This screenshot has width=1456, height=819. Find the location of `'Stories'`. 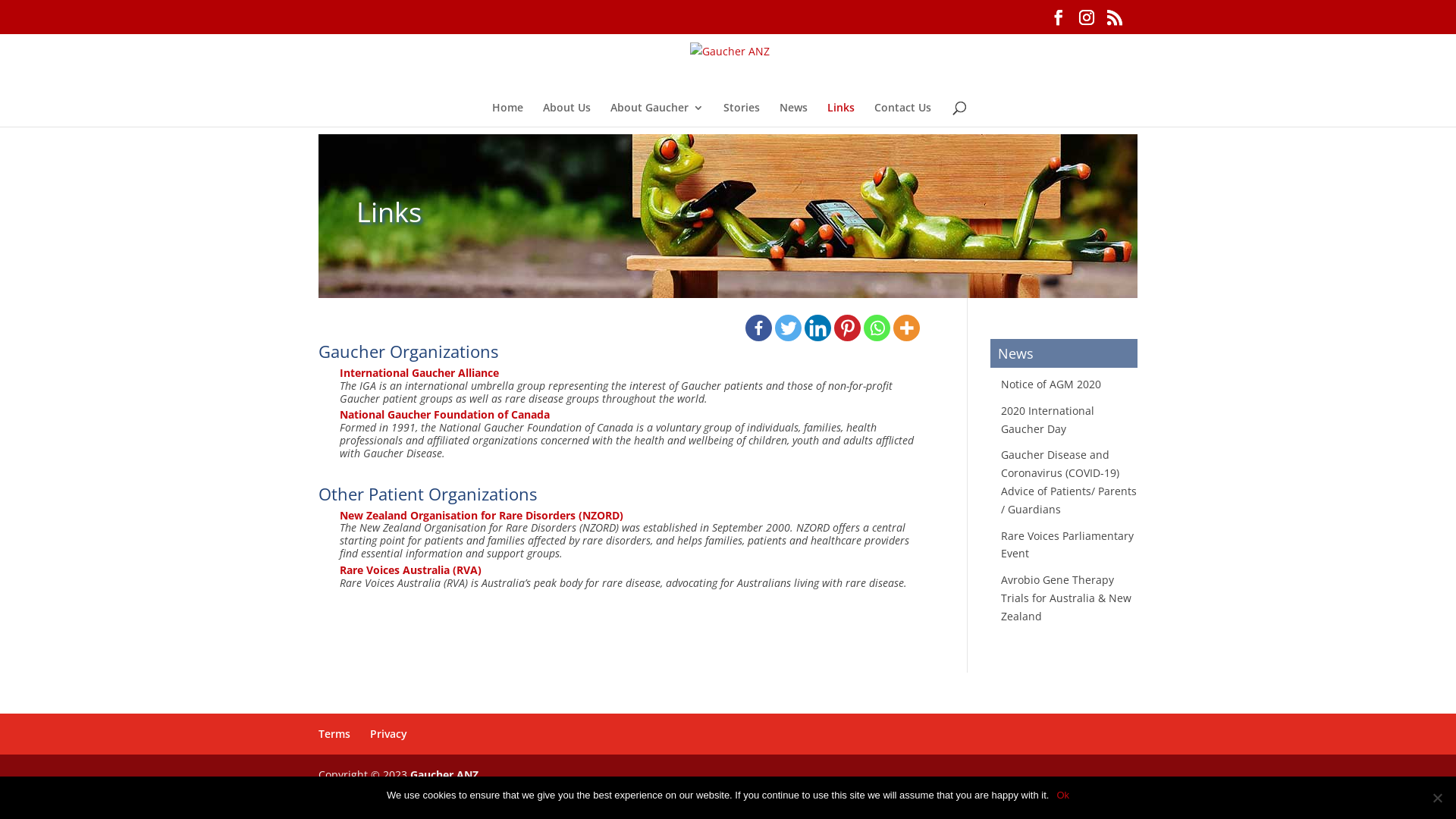

'Stories' is located at coordinates (742, 113).